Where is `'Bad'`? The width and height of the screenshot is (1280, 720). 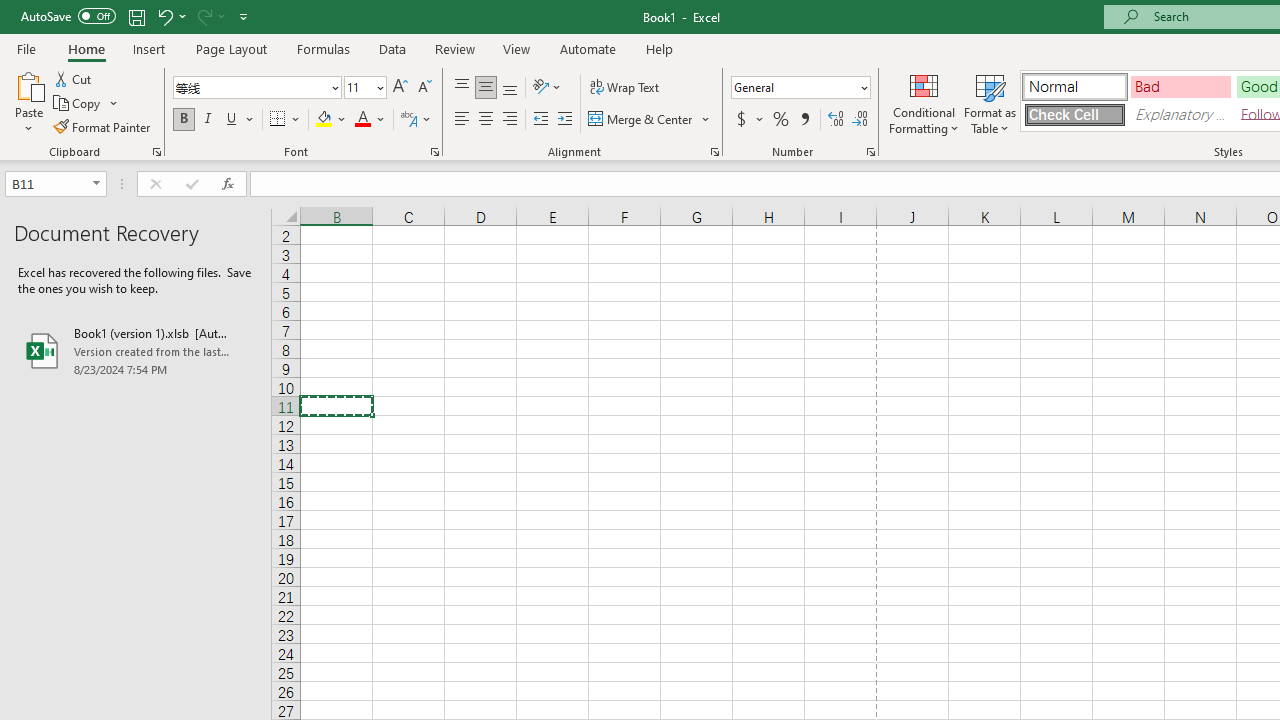
'Bad' is located at coordinates (1180, 85).